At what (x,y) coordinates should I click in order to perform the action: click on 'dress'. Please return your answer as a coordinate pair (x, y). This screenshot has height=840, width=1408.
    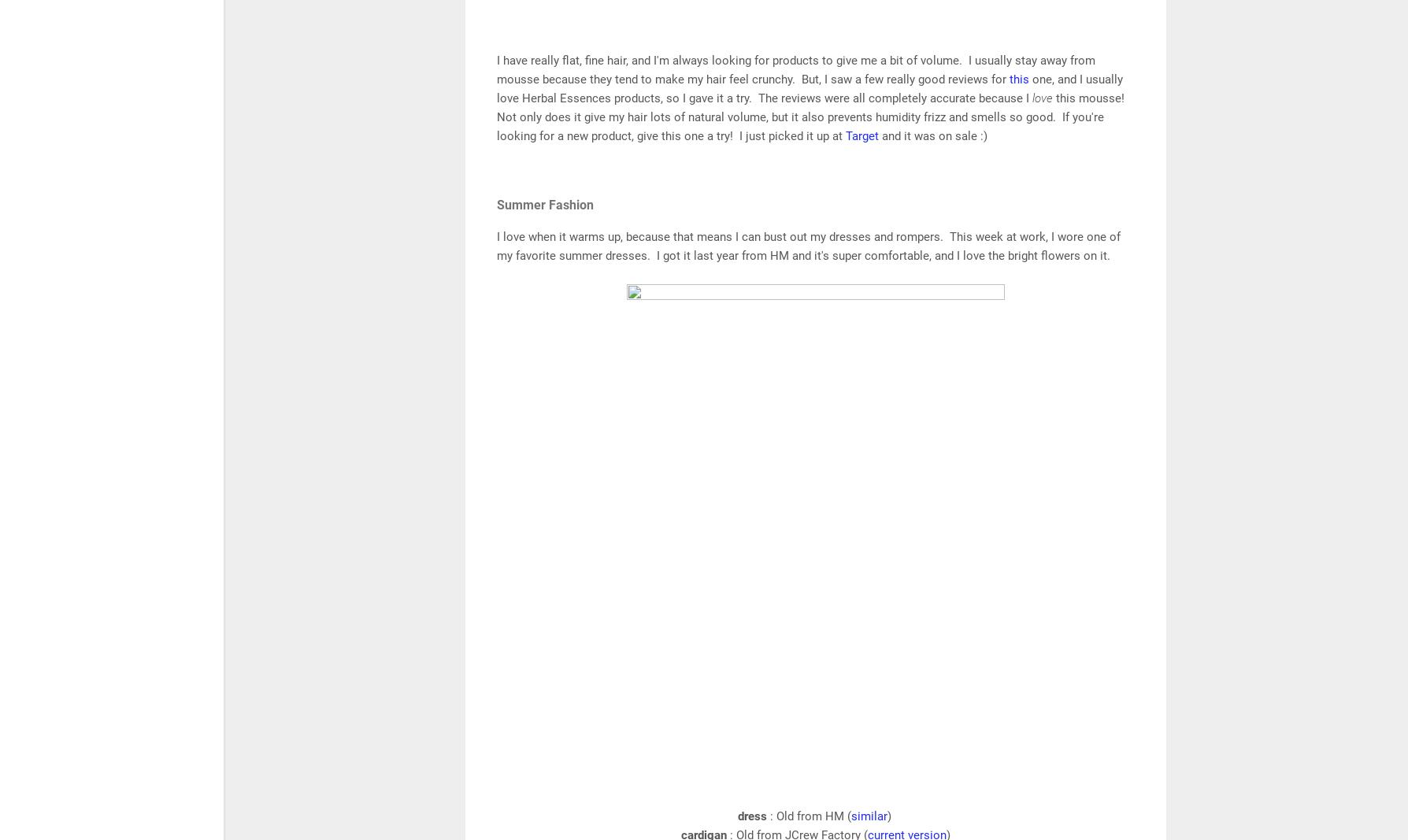
    Looking at the image, I should click on (753, 816).